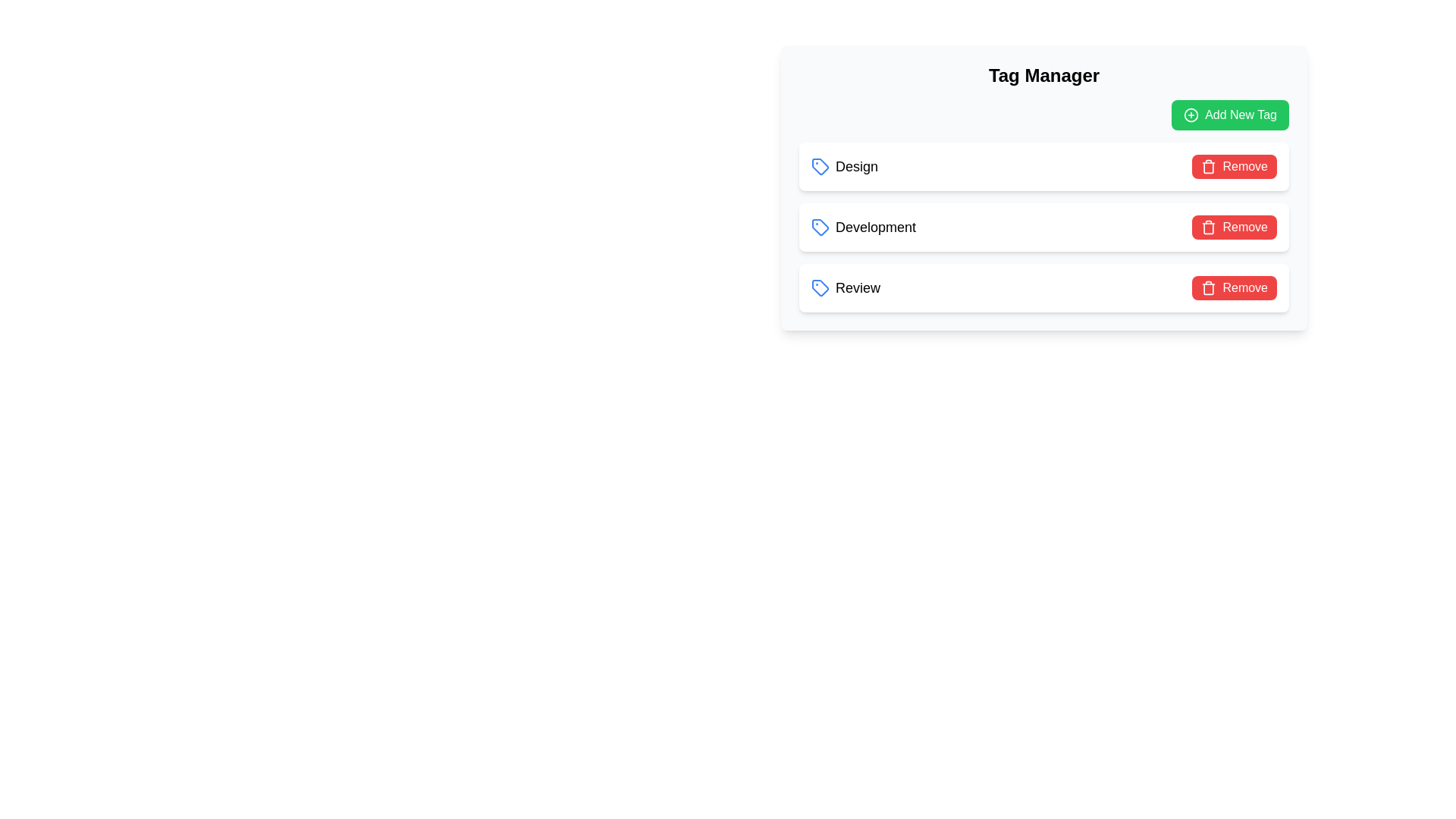 The image size is (1456, 819). I want to click on the delete icon located within the 'Remove' button, so click(1208, 227).